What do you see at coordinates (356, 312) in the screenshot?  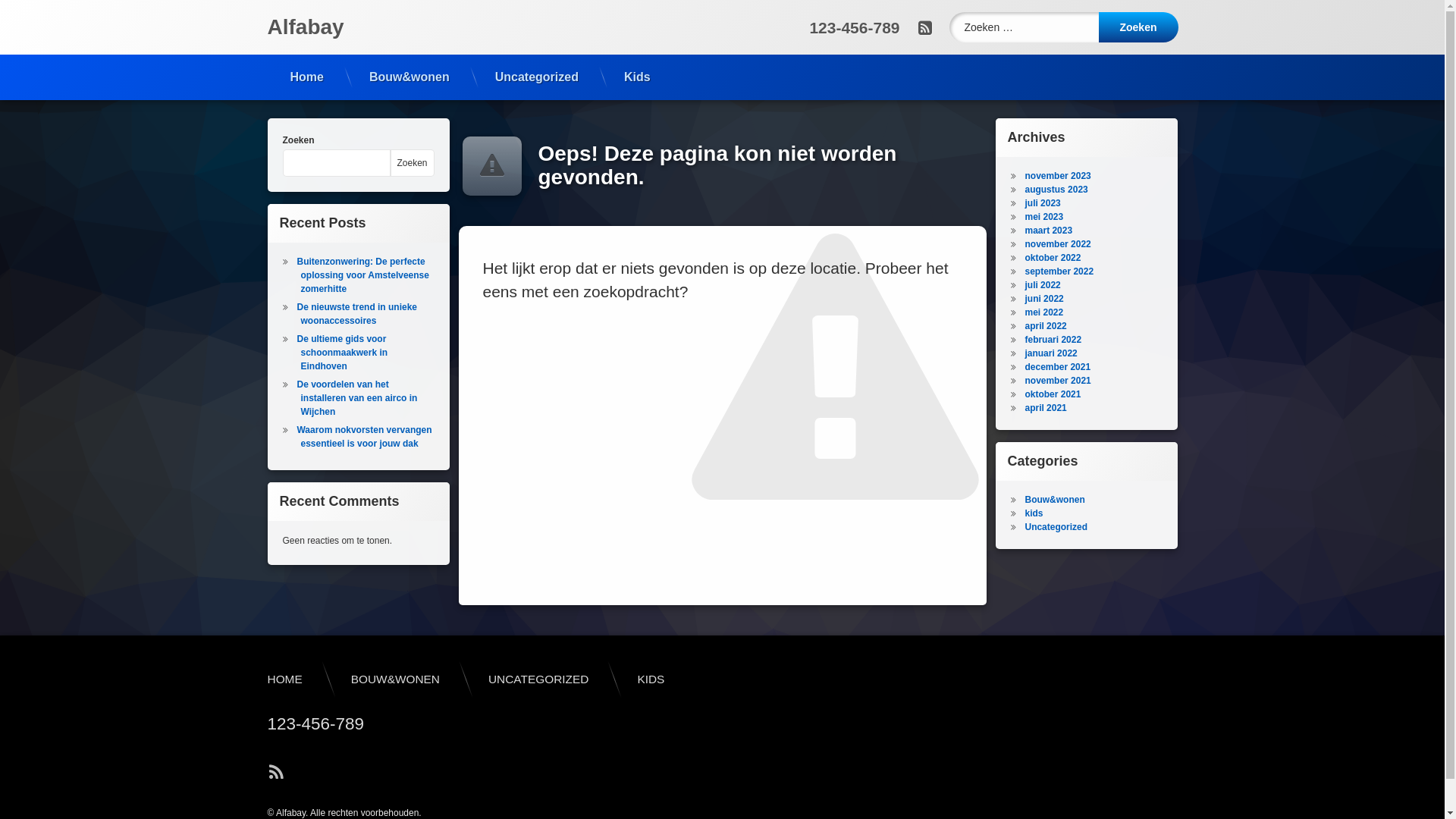 I see `'De nieuwste trend in unieke woonaccessoires'` at bounding box center [356, 312].